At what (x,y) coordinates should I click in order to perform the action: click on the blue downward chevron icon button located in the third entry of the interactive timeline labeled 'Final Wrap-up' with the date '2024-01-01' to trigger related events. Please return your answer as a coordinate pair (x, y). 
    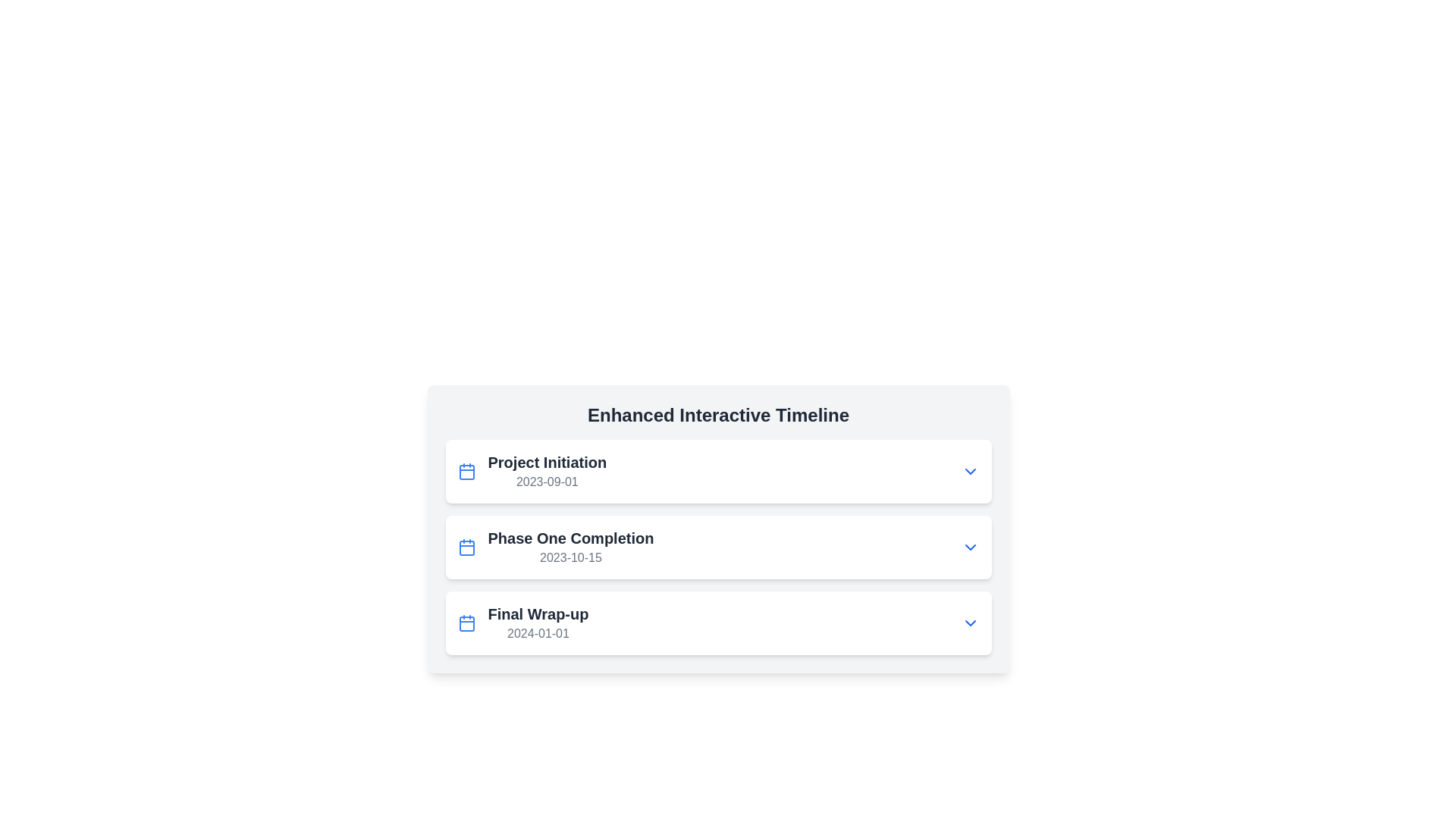
    Looking at the image, I should click on (969, 623).